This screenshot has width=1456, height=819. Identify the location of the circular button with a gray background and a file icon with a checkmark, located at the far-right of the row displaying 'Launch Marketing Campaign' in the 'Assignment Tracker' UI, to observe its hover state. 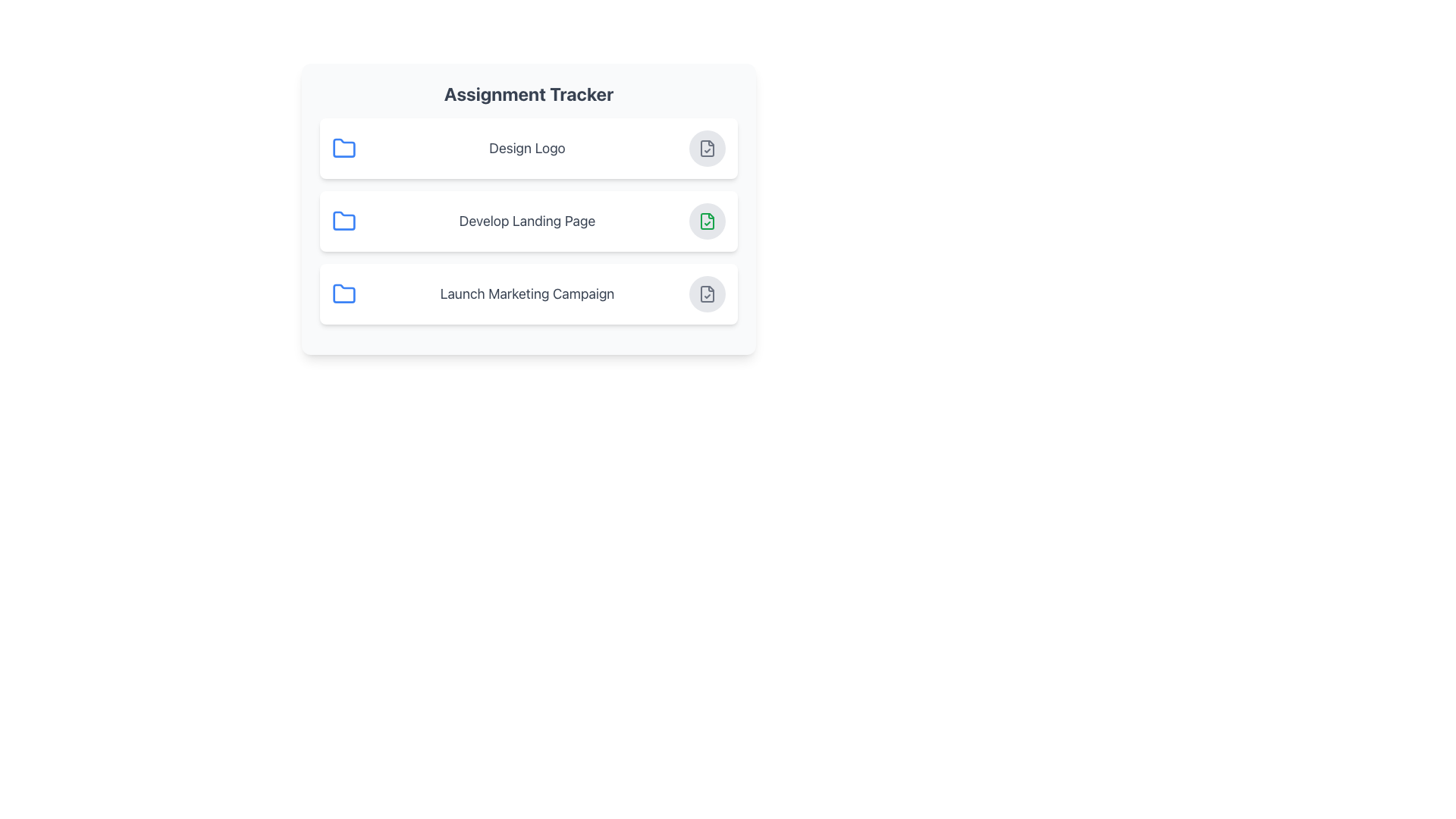
(706, 294).